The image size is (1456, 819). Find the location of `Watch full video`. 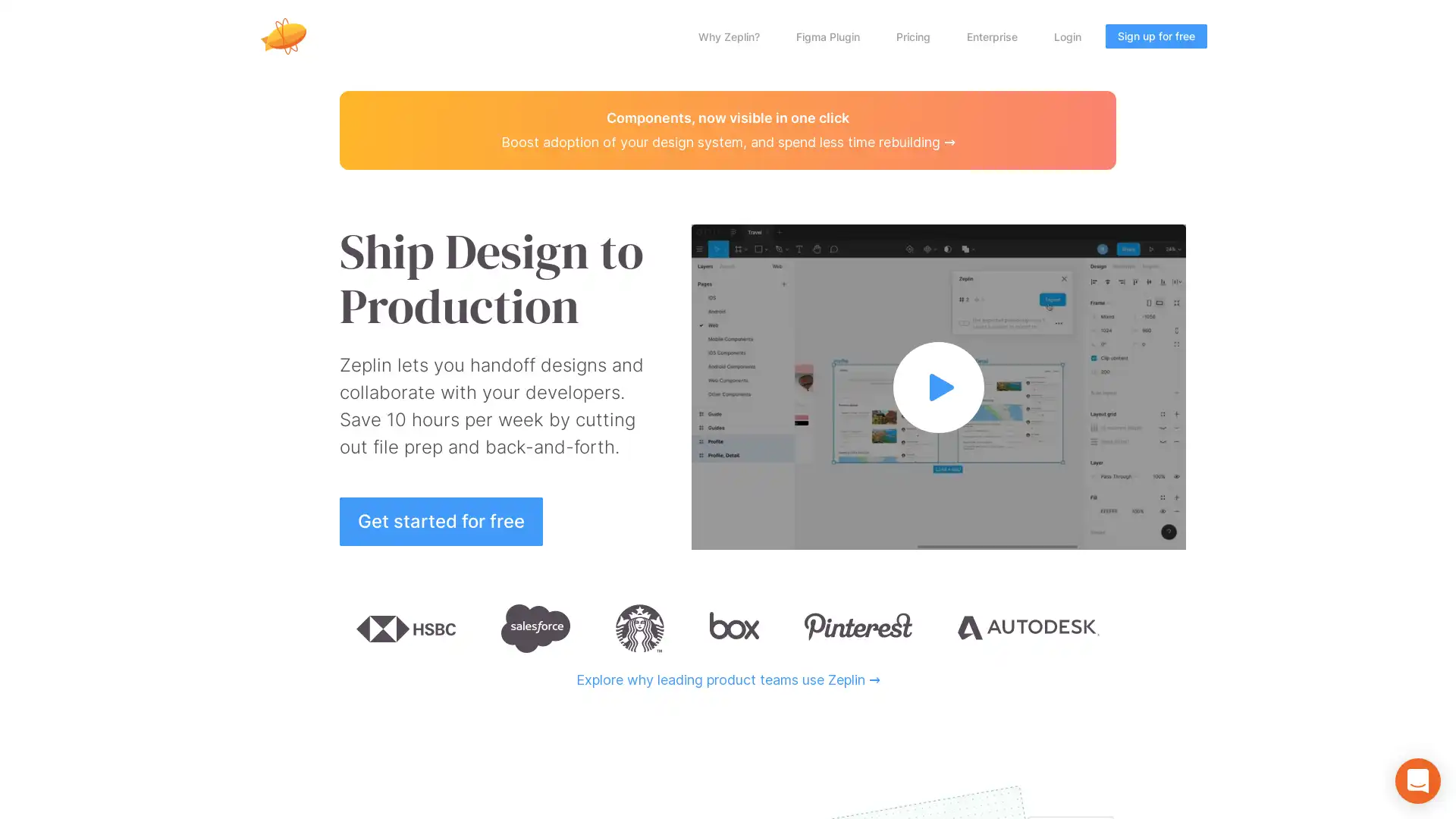

Watch full video is located at coordinates (938, 386).